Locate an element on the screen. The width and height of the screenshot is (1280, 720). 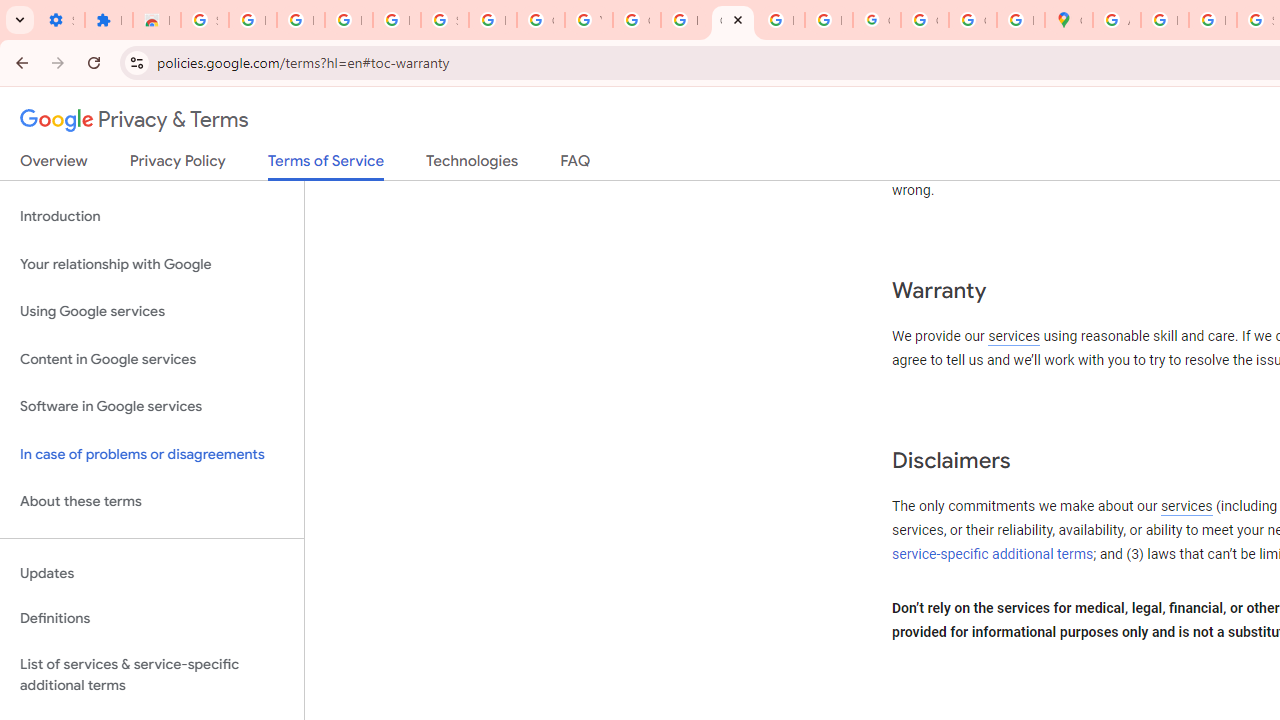
'YouTube' is located at coordinates (587, 20).